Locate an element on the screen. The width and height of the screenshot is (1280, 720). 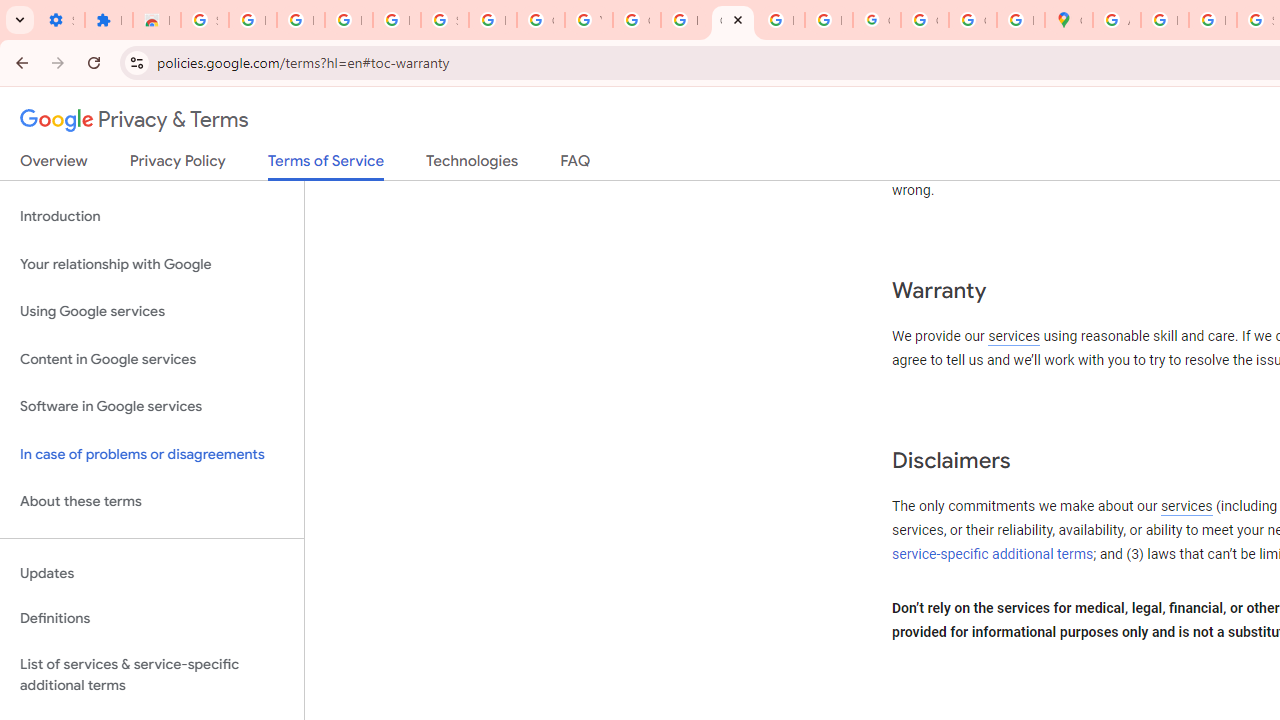
'YouTube' is located at coordinates (587, 20).